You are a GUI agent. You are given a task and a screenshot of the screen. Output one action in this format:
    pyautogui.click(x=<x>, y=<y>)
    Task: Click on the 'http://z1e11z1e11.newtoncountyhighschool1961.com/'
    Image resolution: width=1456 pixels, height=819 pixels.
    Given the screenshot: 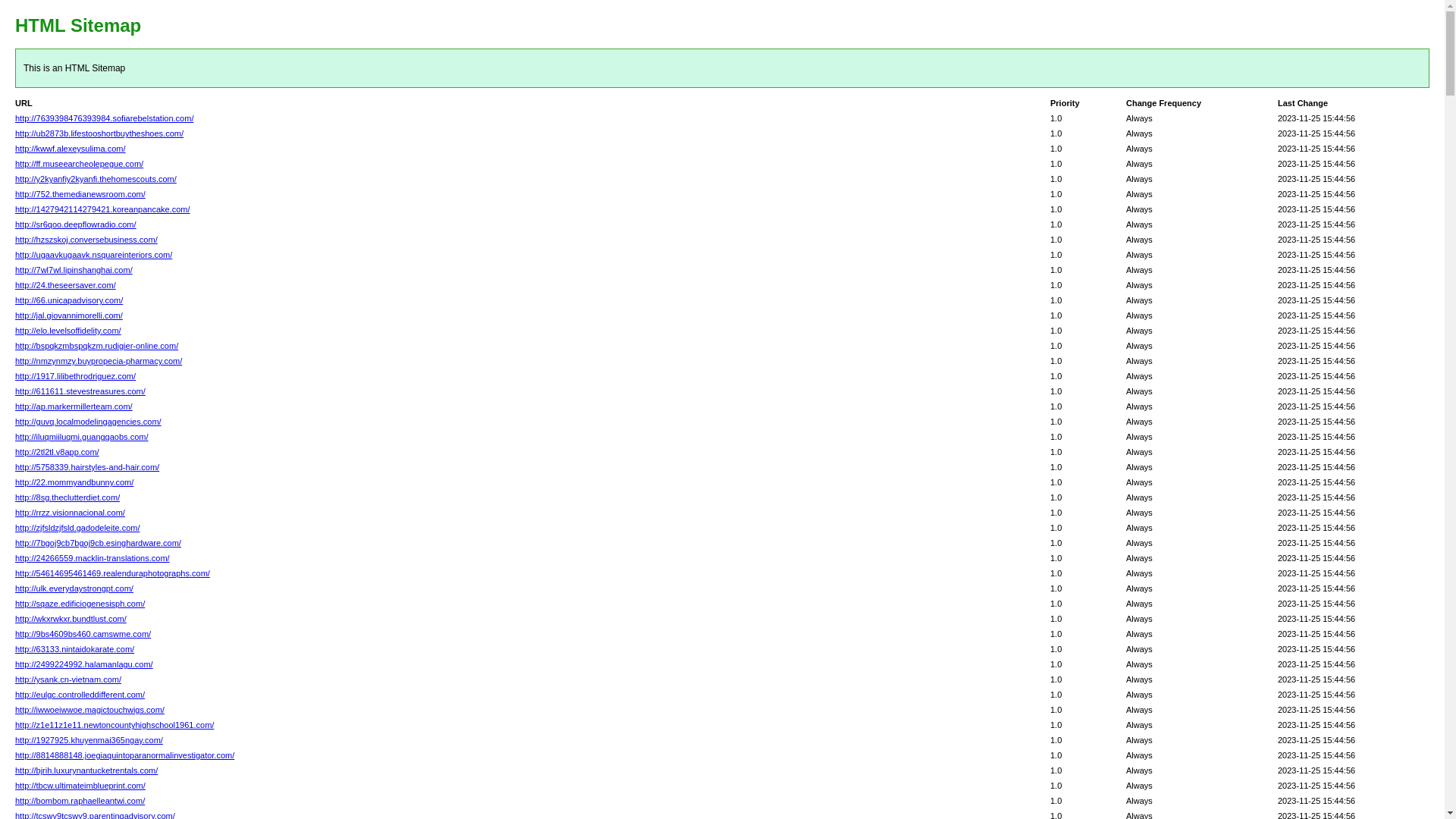 What is the action you would take?
    pyautogui.click(x=14, y=724)
    